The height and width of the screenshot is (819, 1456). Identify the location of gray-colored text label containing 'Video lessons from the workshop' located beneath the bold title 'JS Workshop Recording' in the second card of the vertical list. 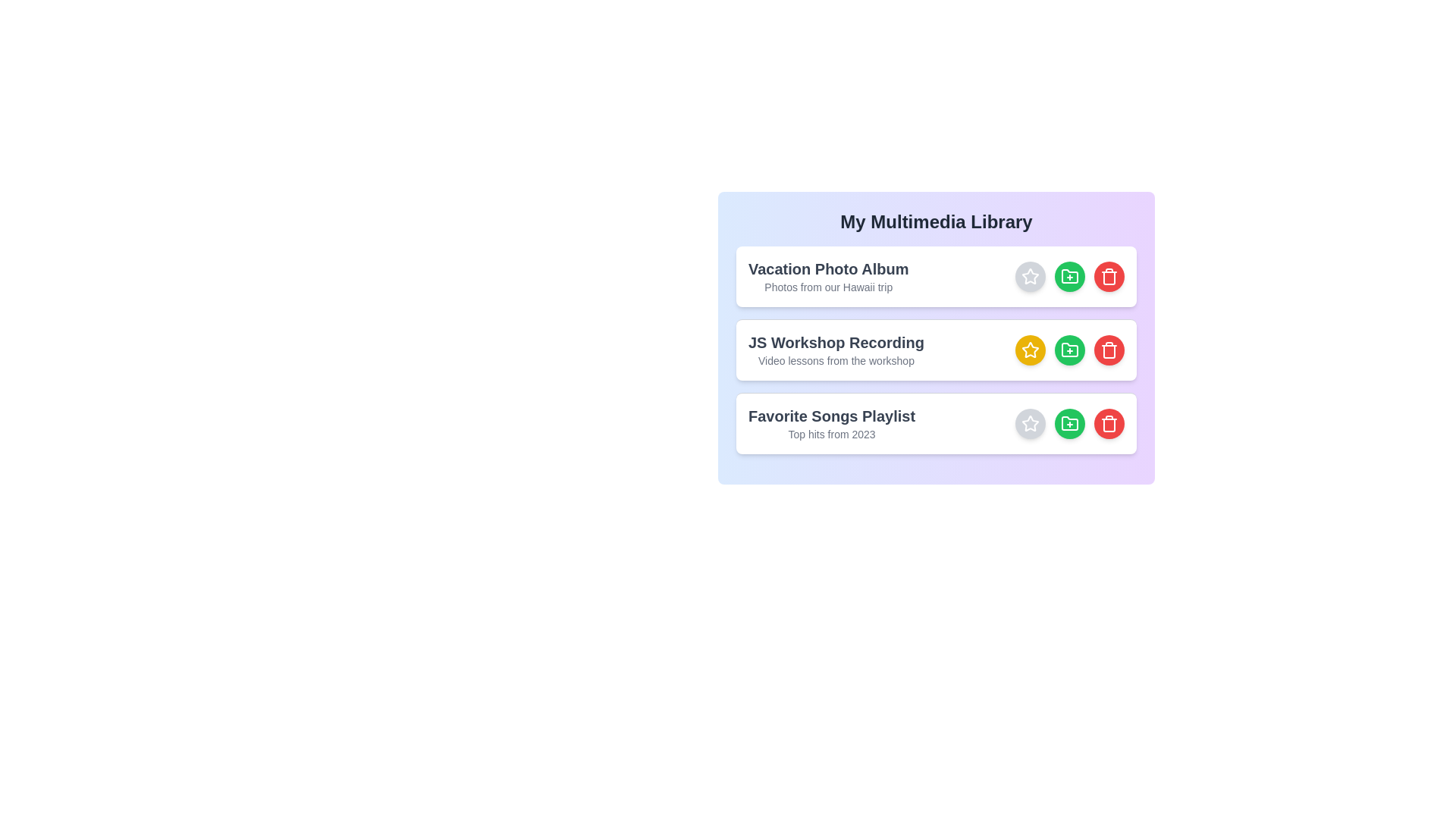
(836, 360).